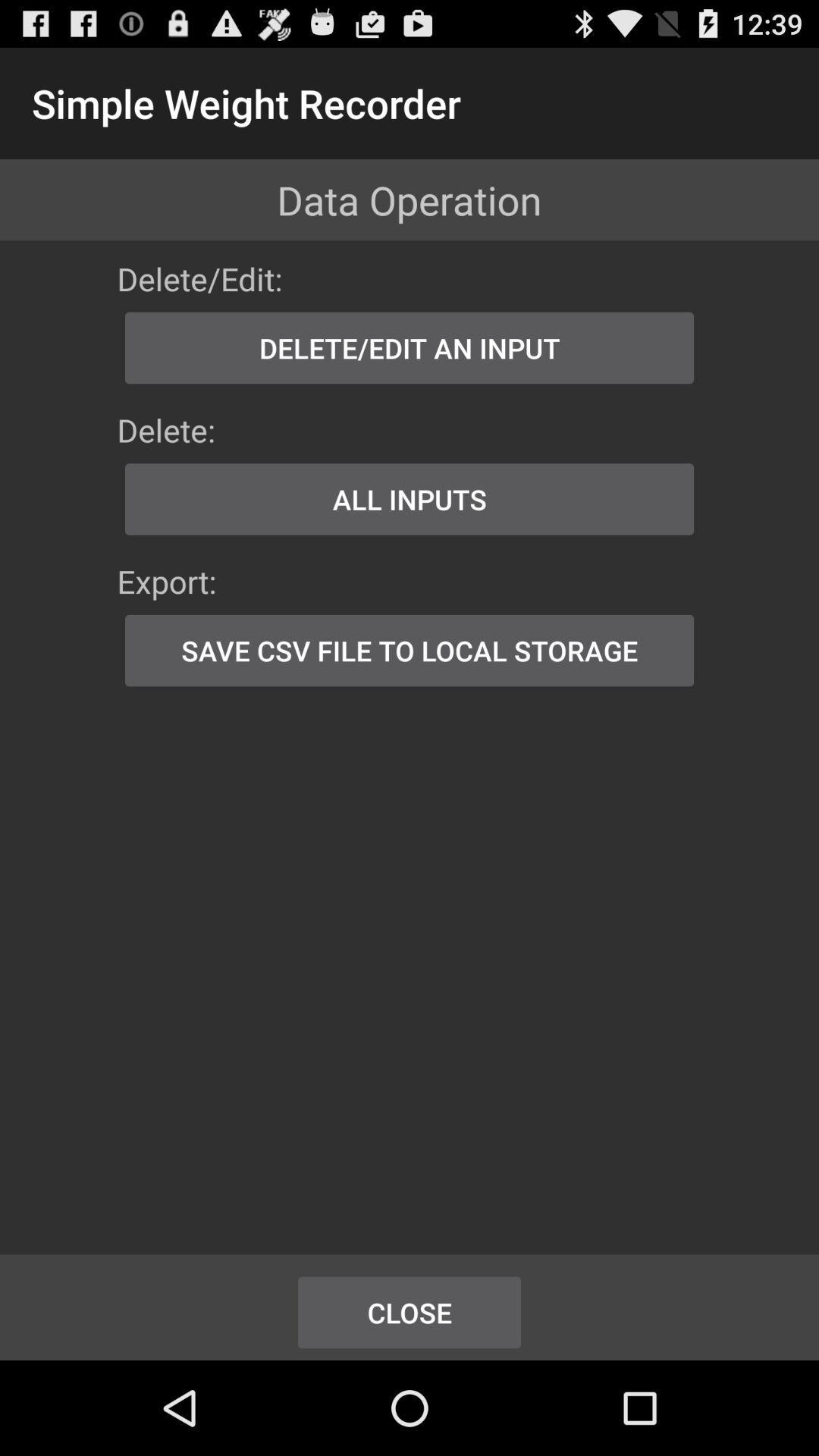  What do you see at coordinates (409, 651) in the screenshot?
I see `the icon below the export: icon` at bounding box center [409, 651].